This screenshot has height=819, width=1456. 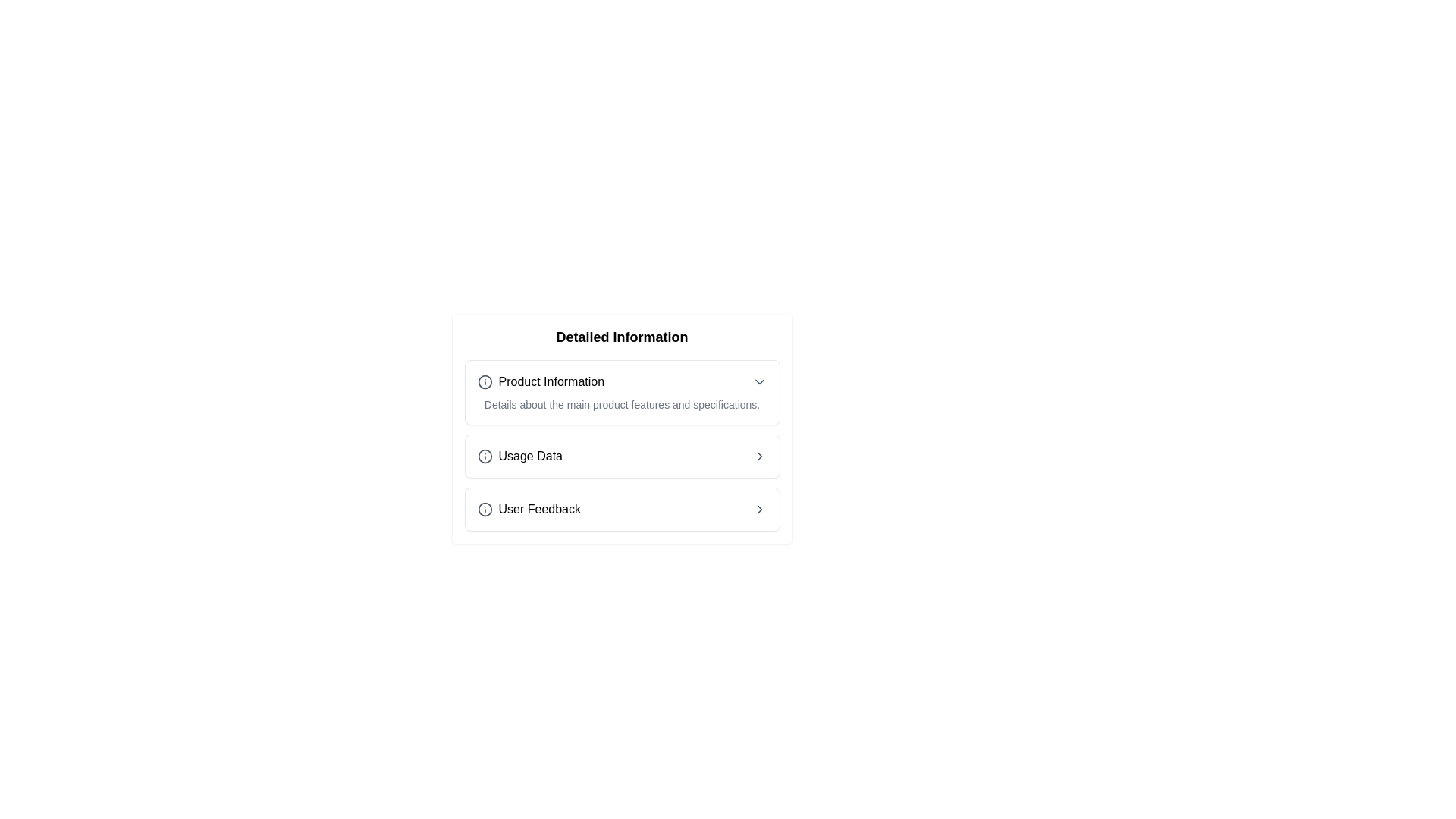 What do you see at coordinates (484, 381) in the screenshot?
I see `the informational icon located to the left of the 'Product Information' text in the 'Detailed Information' section` at bounding box center [484, 381].